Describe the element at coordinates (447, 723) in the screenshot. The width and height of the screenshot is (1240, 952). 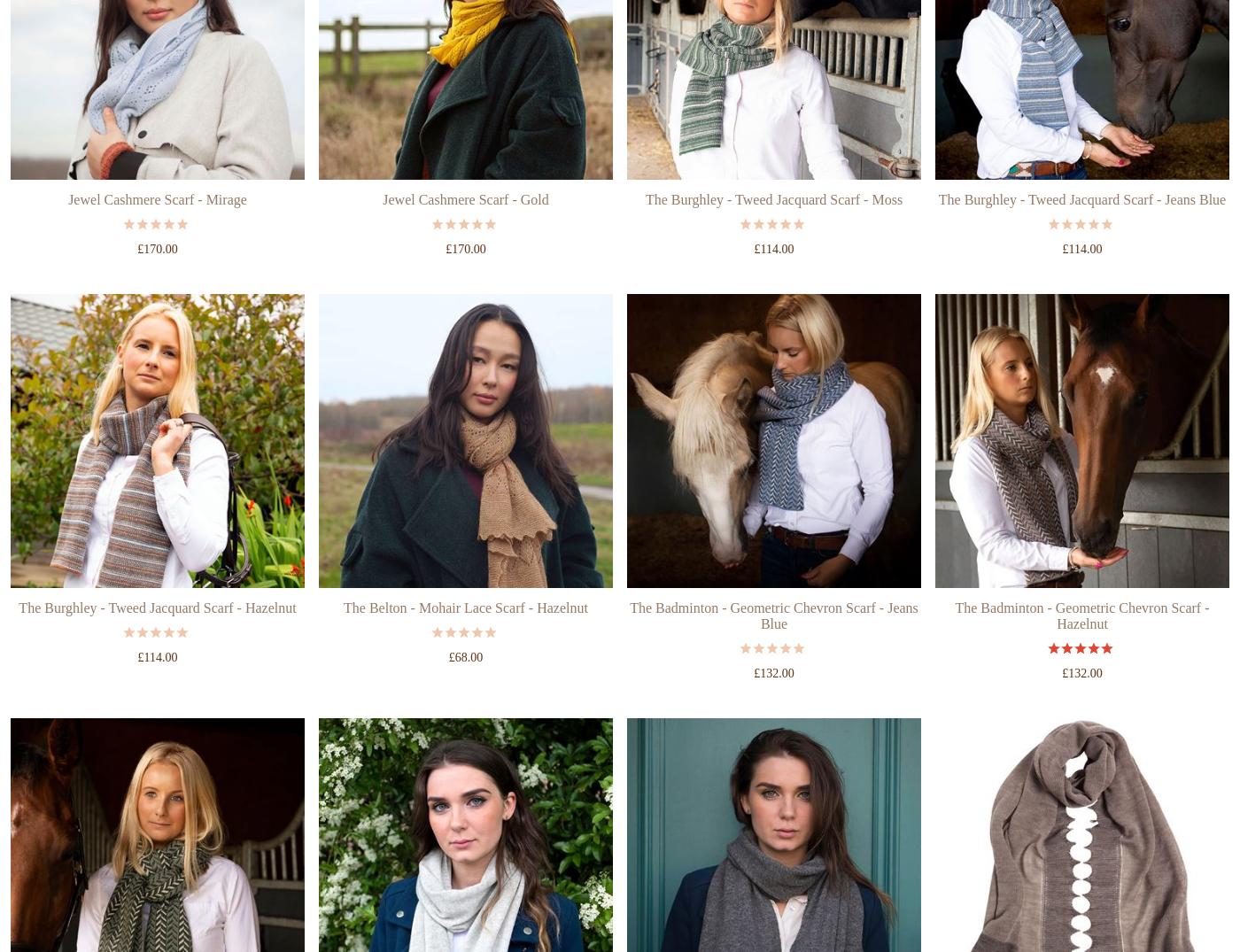
I see `'£68.00'` at that location.